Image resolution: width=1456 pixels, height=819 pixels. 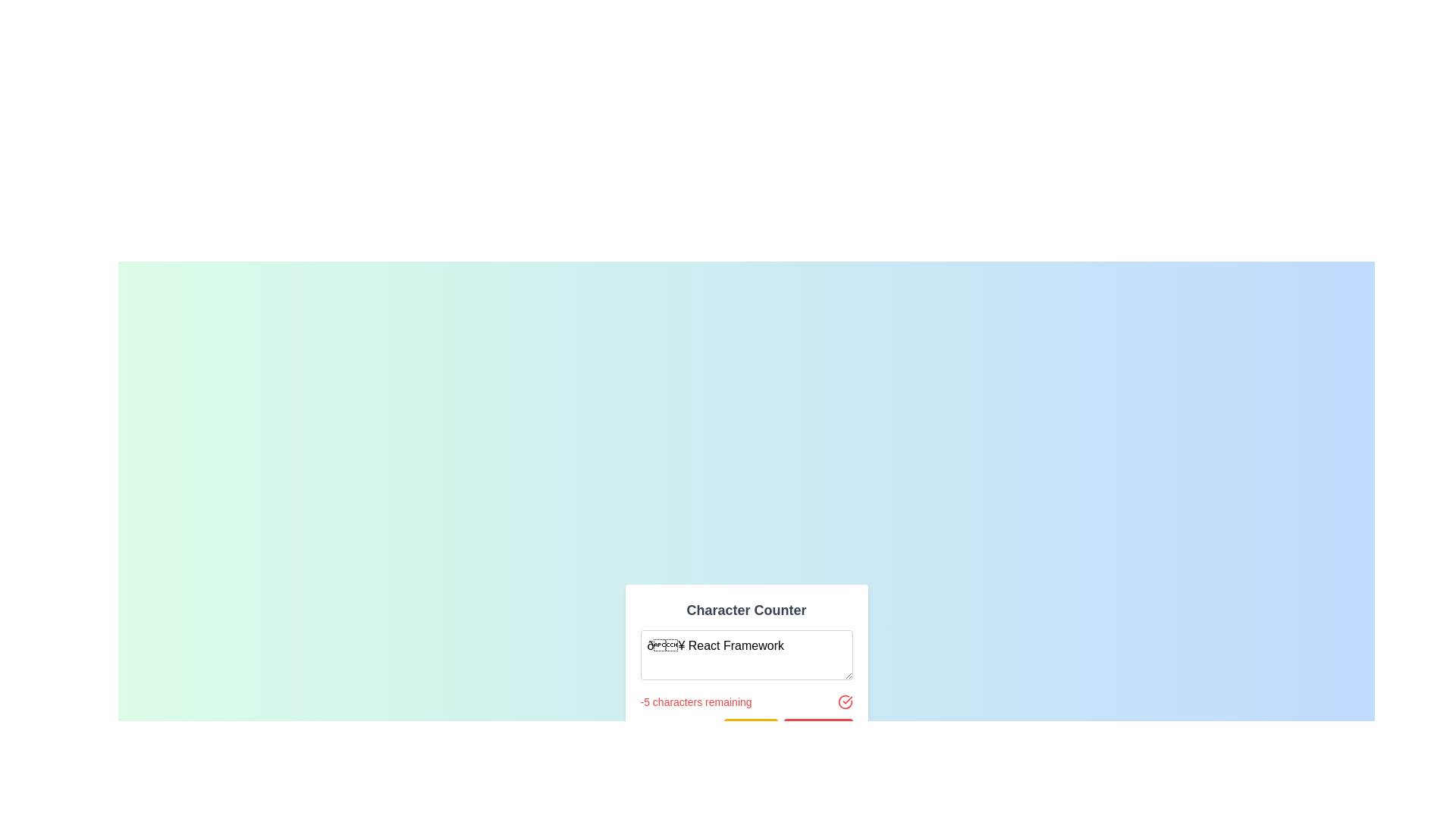 I want to click on the Text Display that indicates an overflow of 5 characters beyond the permitted limit in the text field, located at the bottom left of the interactive form, so click(x=695, y=701).